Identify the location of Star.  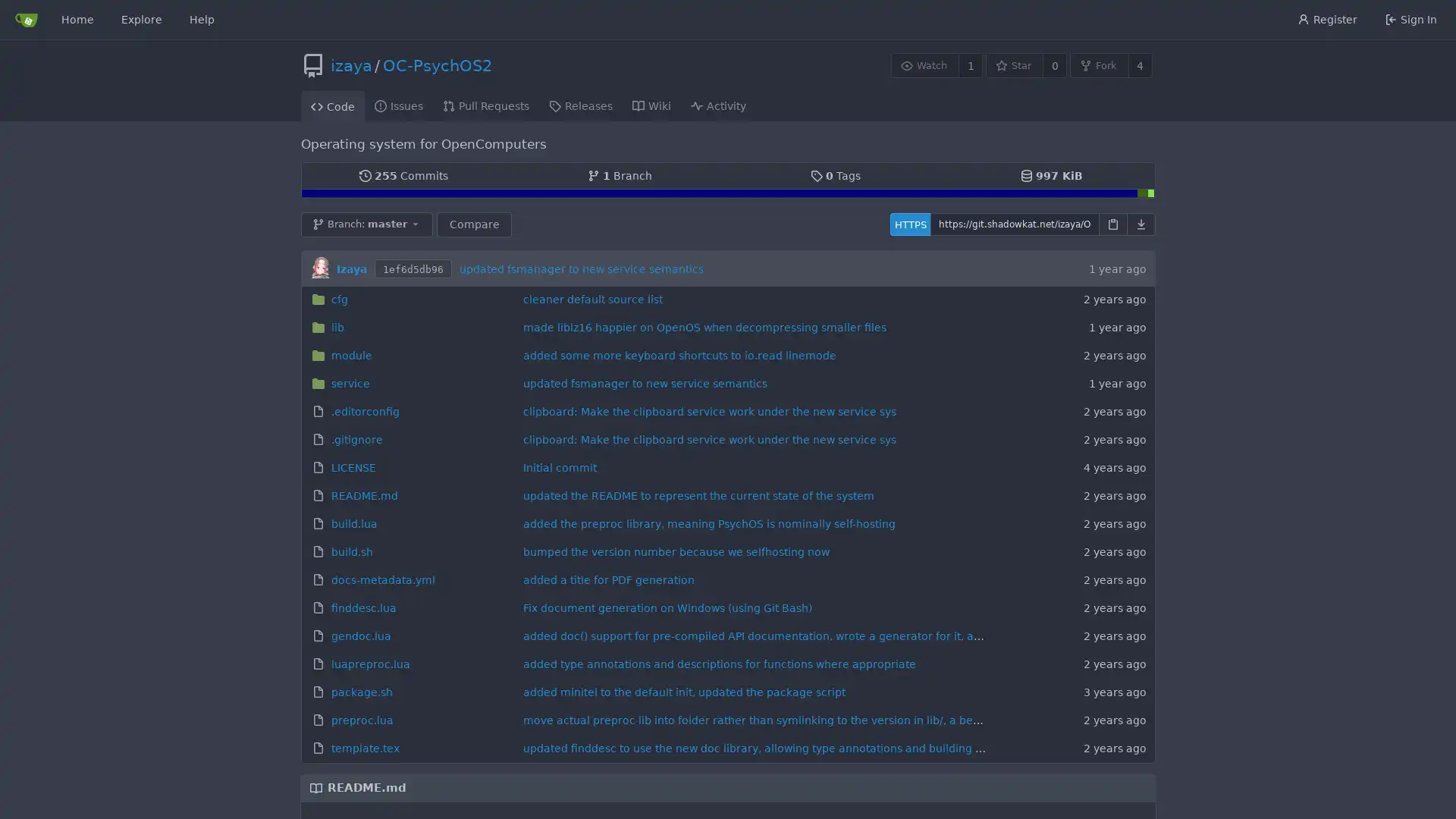
(1014, 64).